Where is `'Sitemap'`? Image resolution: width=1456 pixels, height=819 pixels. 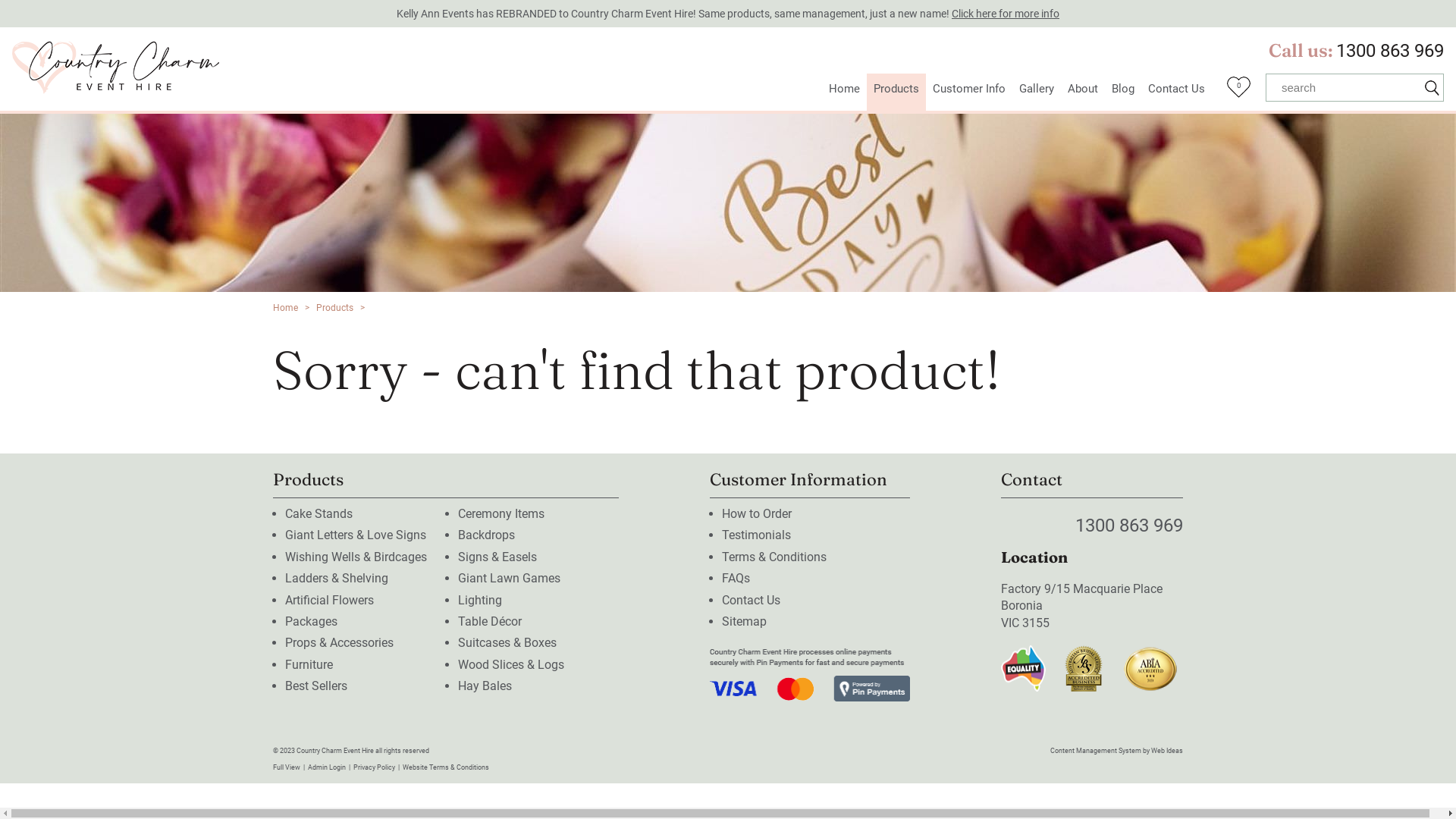 'Sitemap' is located at coordinates (744, 621).